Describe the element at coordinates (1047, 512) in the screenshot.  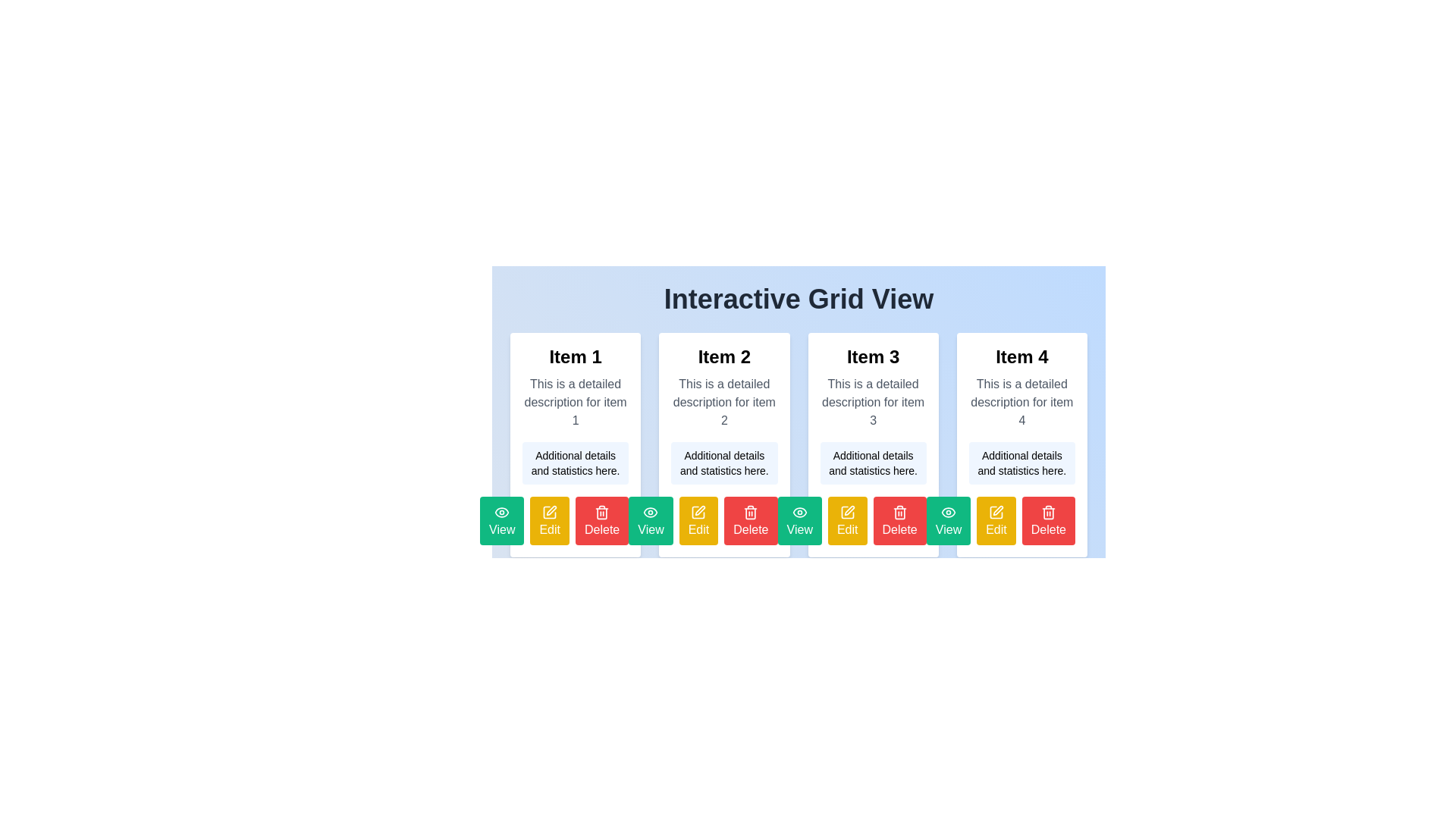
I see `the red trash can icon located to the left of the 'Delete' label in the action bar for 'Item 3'` at that location.